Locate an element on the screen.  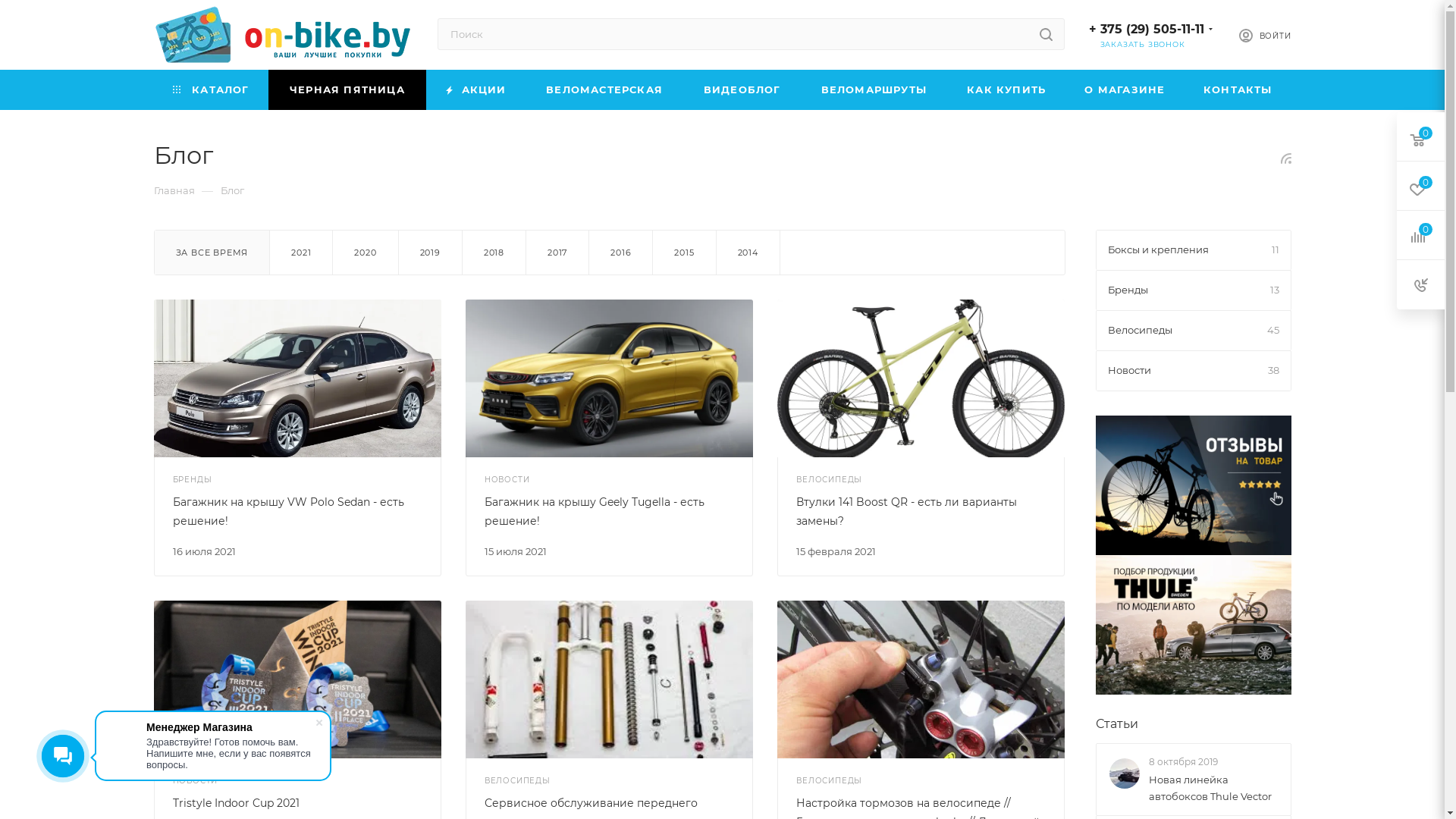
'2017' is located at coordinates (526, 251).